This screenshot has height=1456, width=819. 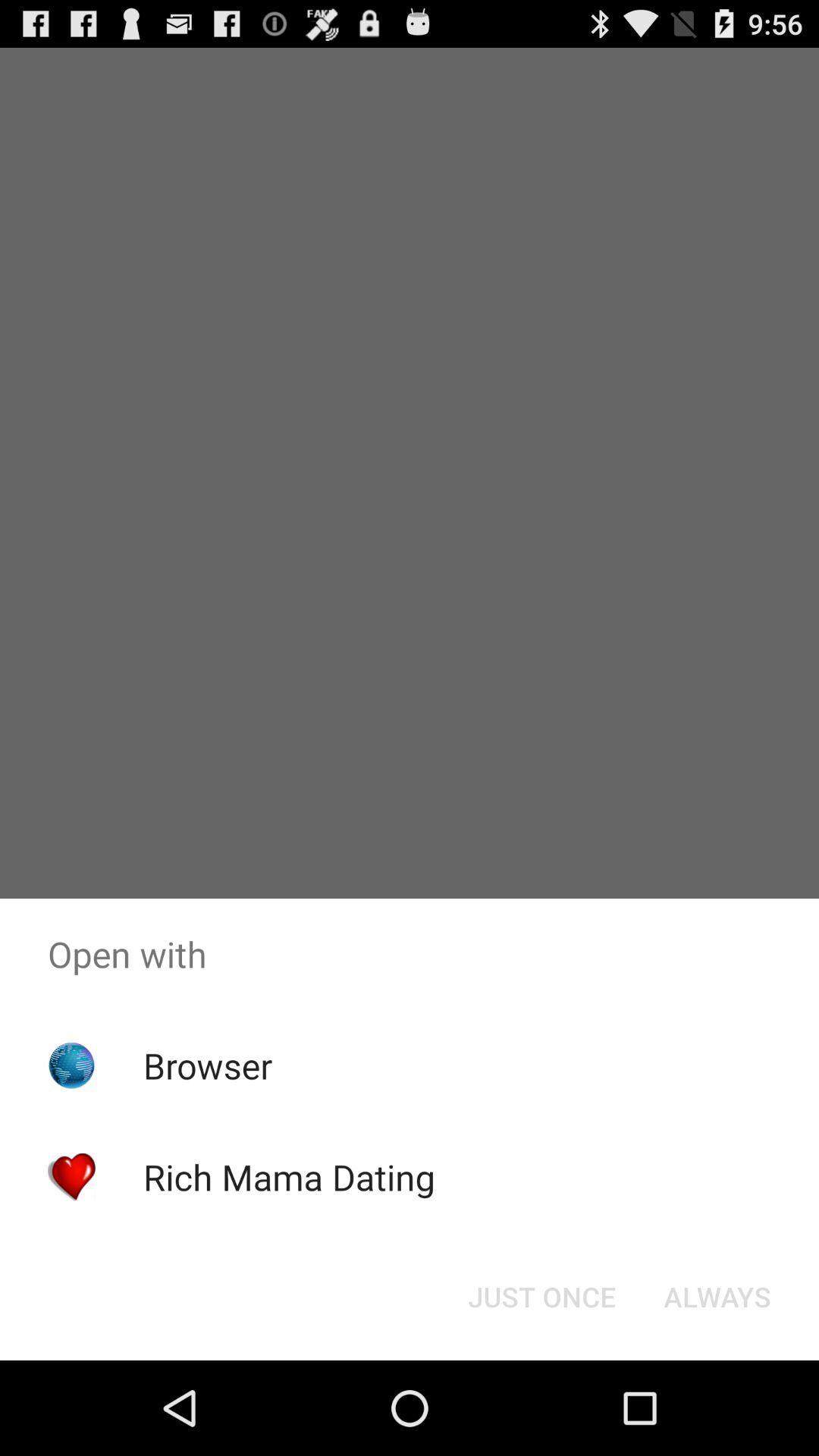 I want to click on button to the right of just once, so click(x=717, y=1295).